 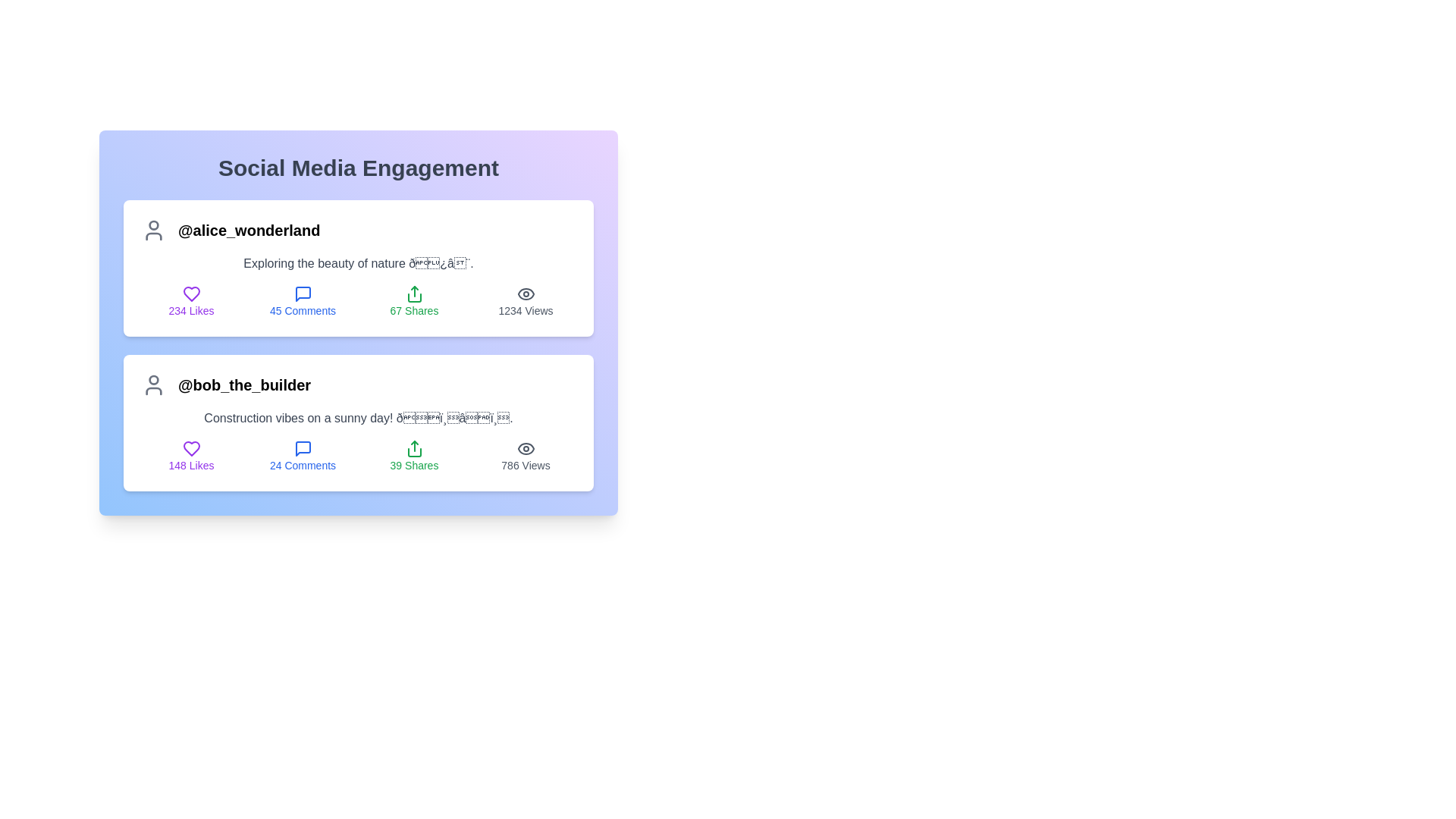 What do you see at coordinates (153, 231) in the screenshot?
I see `the user profile icon for '@alice_wonderland', which is located on the far-left side of the user profile section` at bounding box center [153, 231].